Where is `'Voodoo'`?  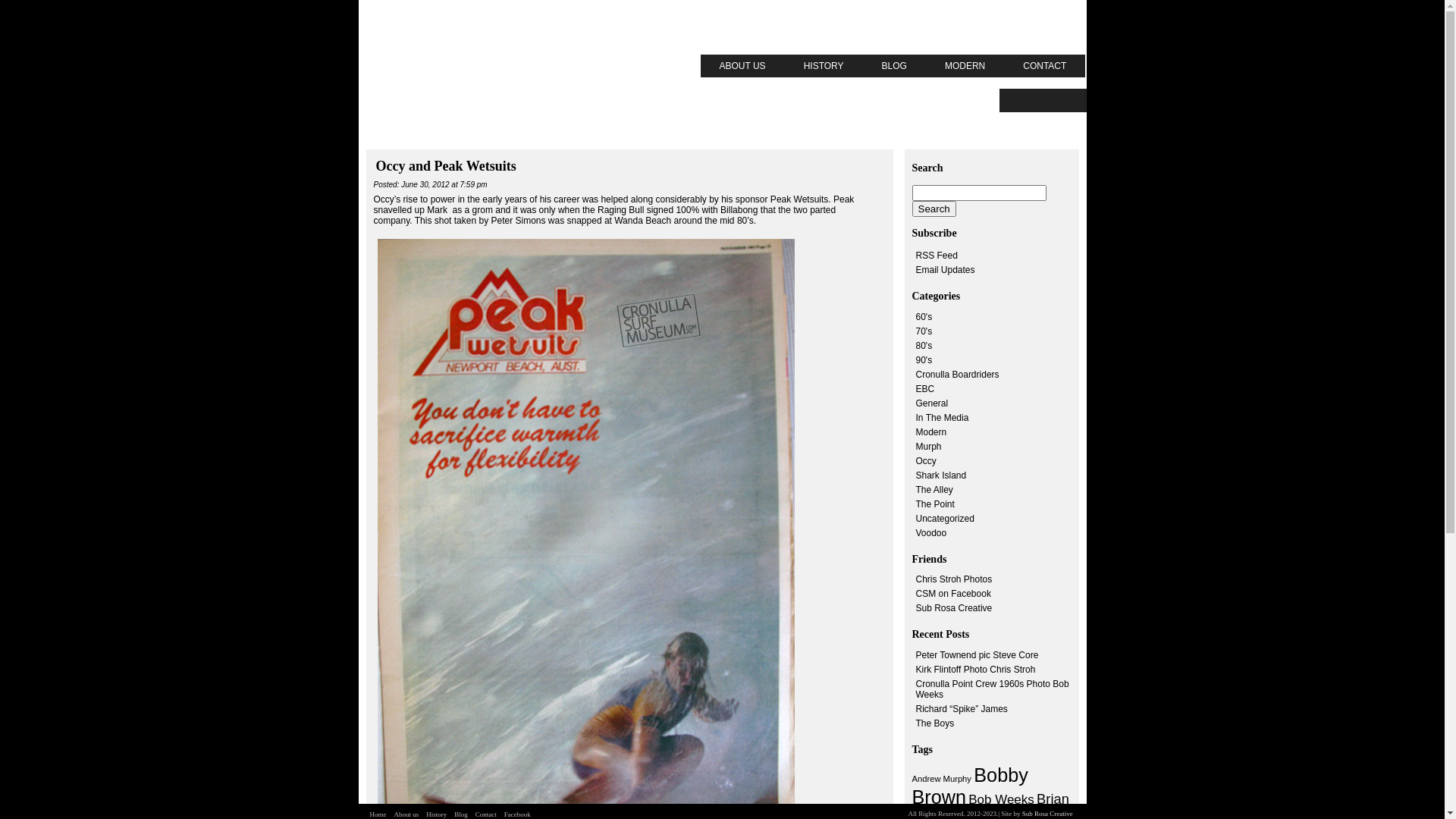 'Voodoo' is located at coordinates (930, 532).